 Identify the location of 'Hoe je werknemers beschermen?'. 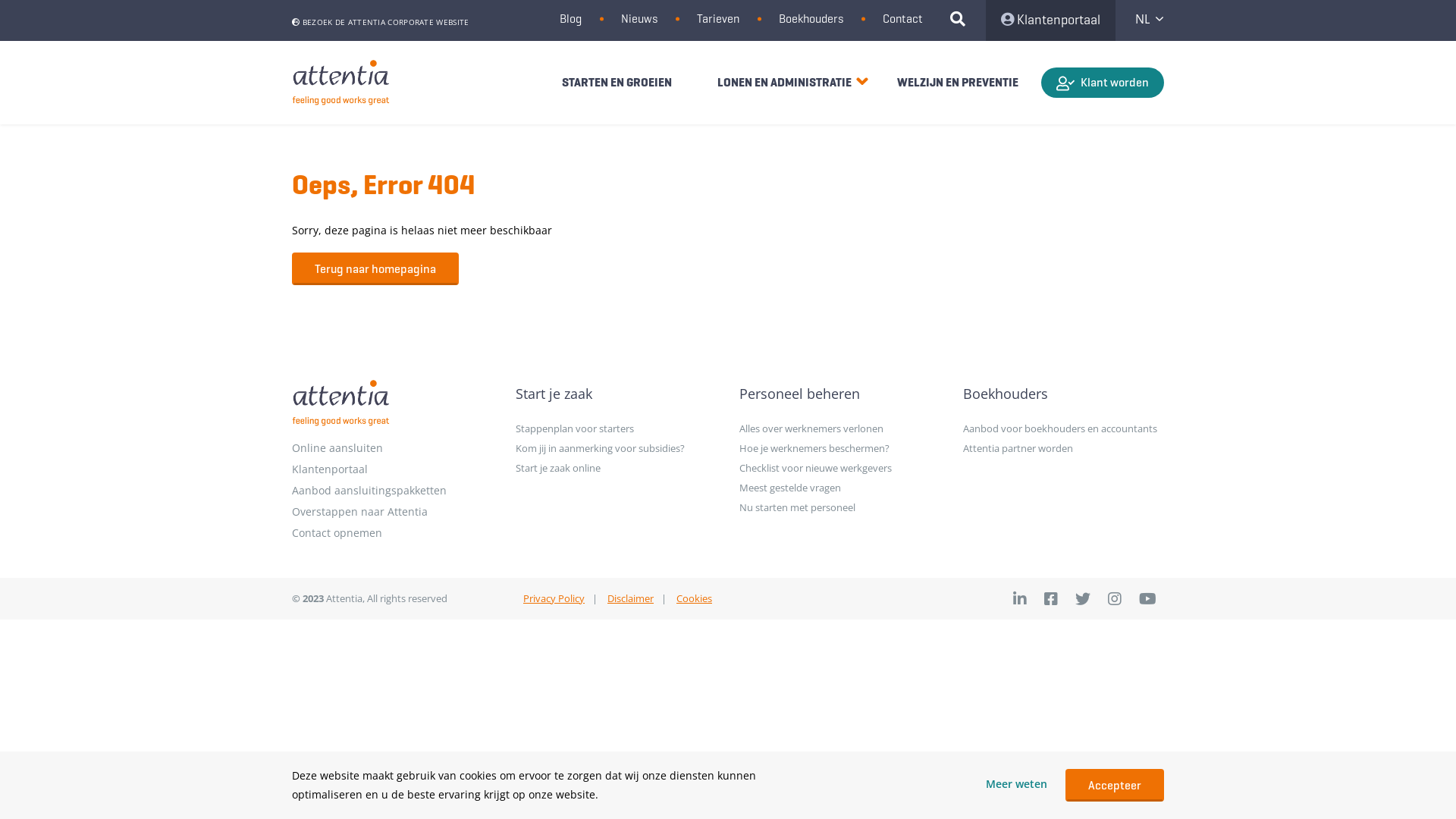
(839, 447).